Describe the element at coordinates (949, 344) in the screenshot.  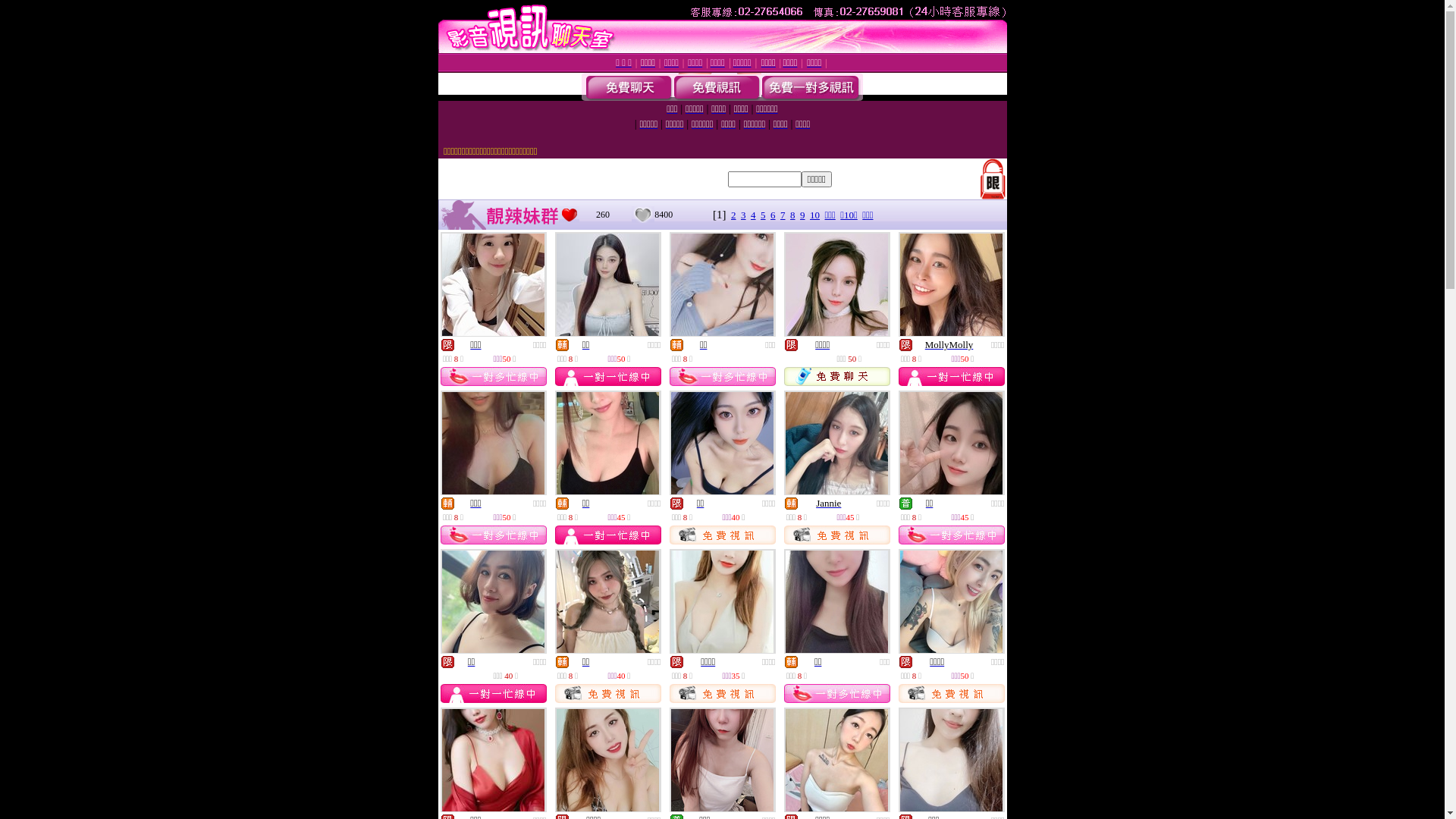
I see `'MollyMolly'` at that location.